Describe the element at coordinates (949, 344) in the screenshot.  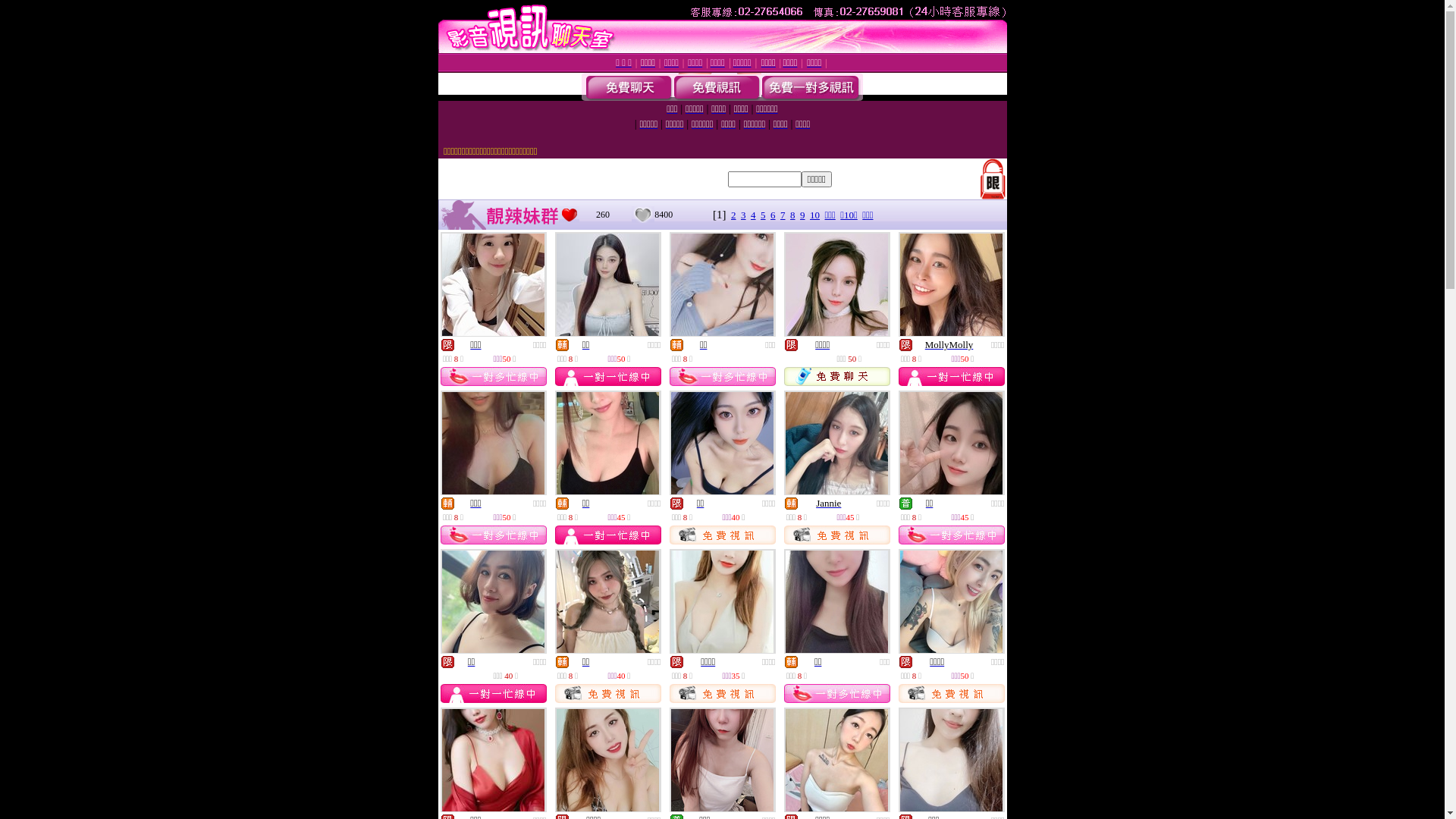
I see `'MollyMolly'` at that location.